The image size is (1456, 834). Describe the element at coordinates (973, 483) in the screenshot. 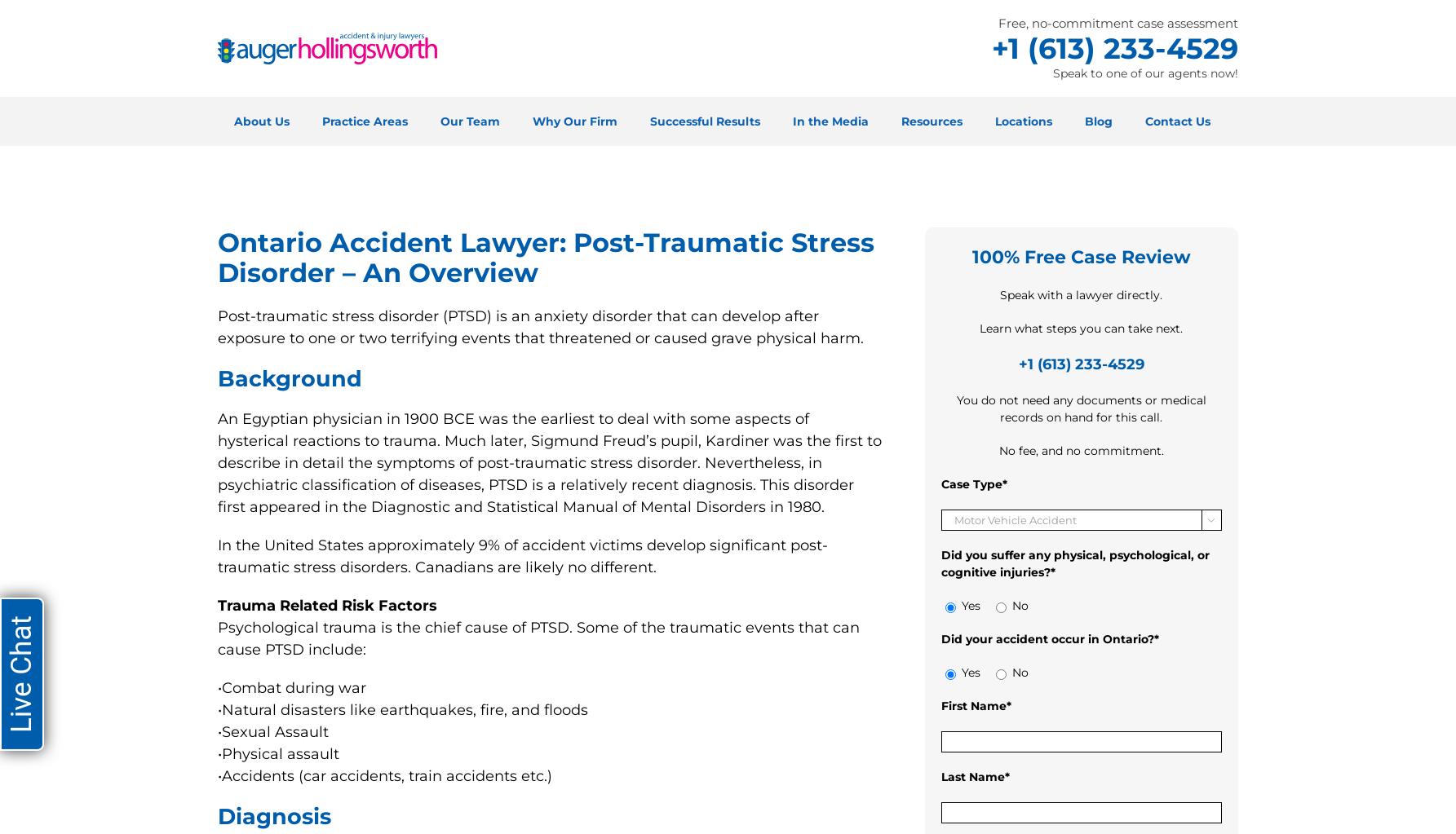

I see `'Case Type*'` at that location.